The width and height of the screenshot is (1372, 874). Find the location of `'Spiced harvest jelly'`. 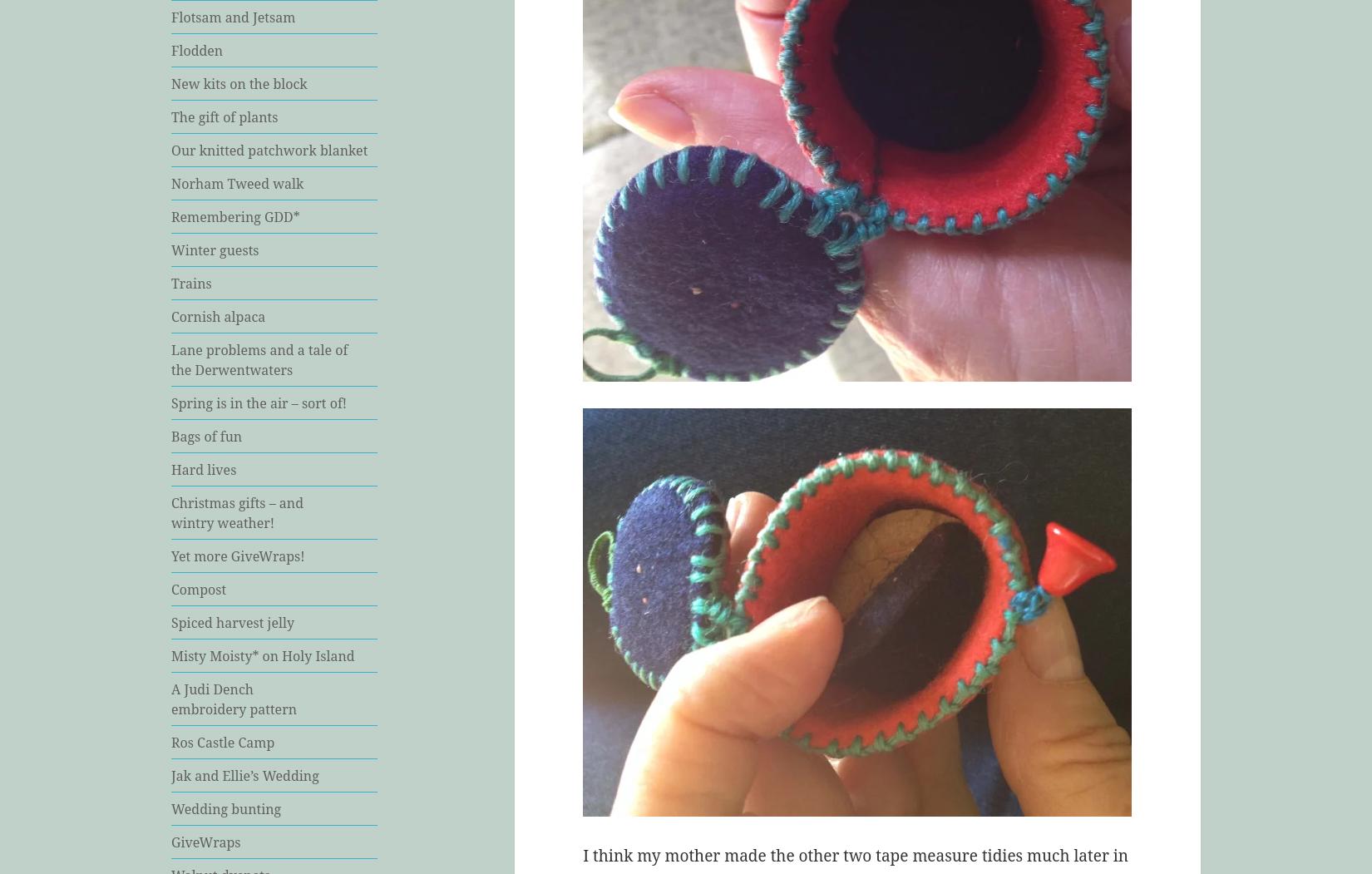

'Spiced harvest jelly' is located at coordinates (232, 621).